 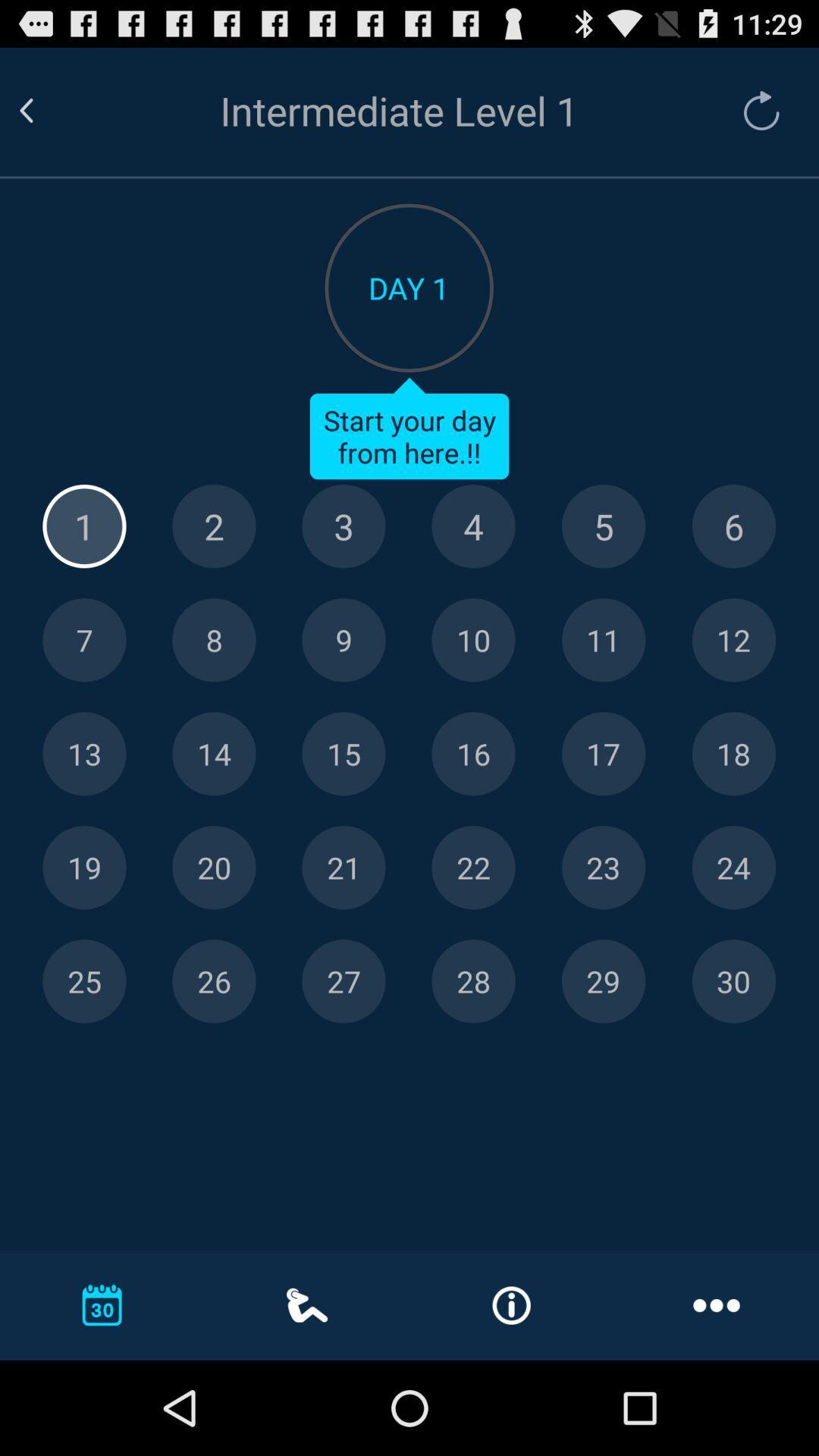 What do you see at coordinates (214, 754) in the screenshot?
I see `day 14` at bounding box center [214, 754].